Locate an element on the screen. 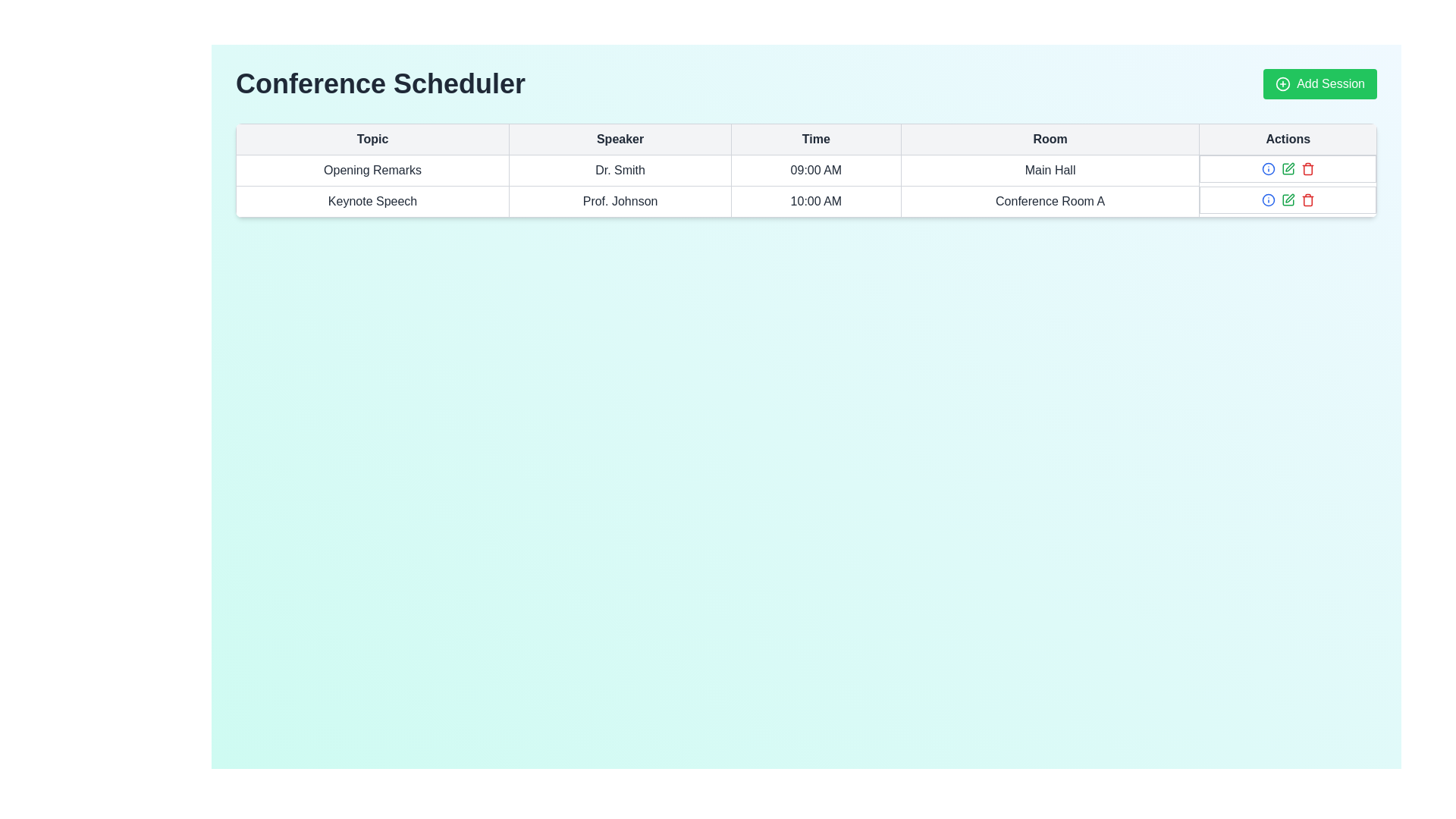 This screenshot has width=1456, height=819. the icon located in the 'Actions' column of the first row of the table, which serves as a graphical representation providing additional details or information is located at coordinates (1268, 199).